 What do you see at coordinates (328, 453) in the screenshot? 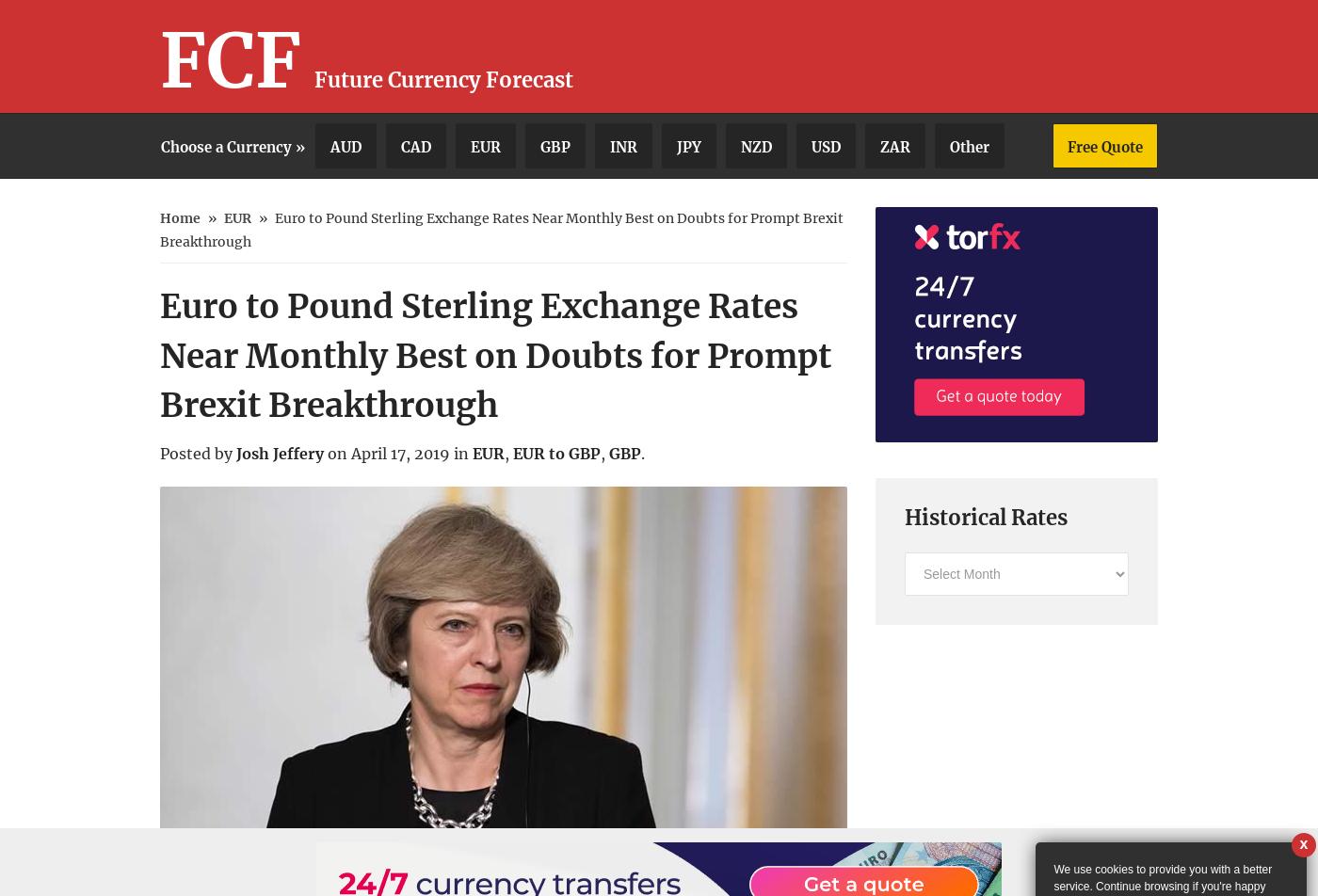
I see `'on'` at bounding box center [328, 453].